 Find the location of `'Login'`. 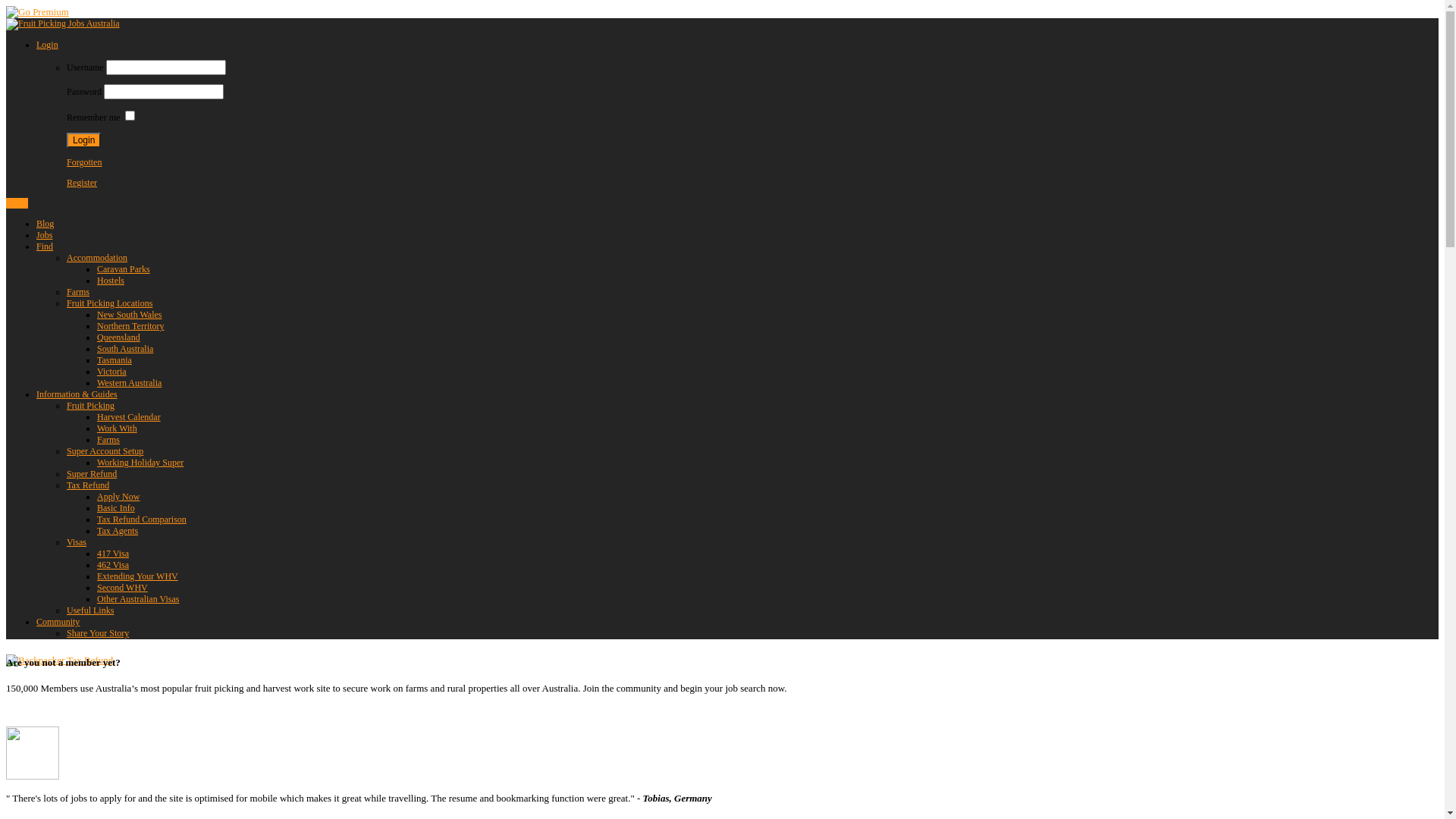

'Login' is located at coordinates (83, 140).